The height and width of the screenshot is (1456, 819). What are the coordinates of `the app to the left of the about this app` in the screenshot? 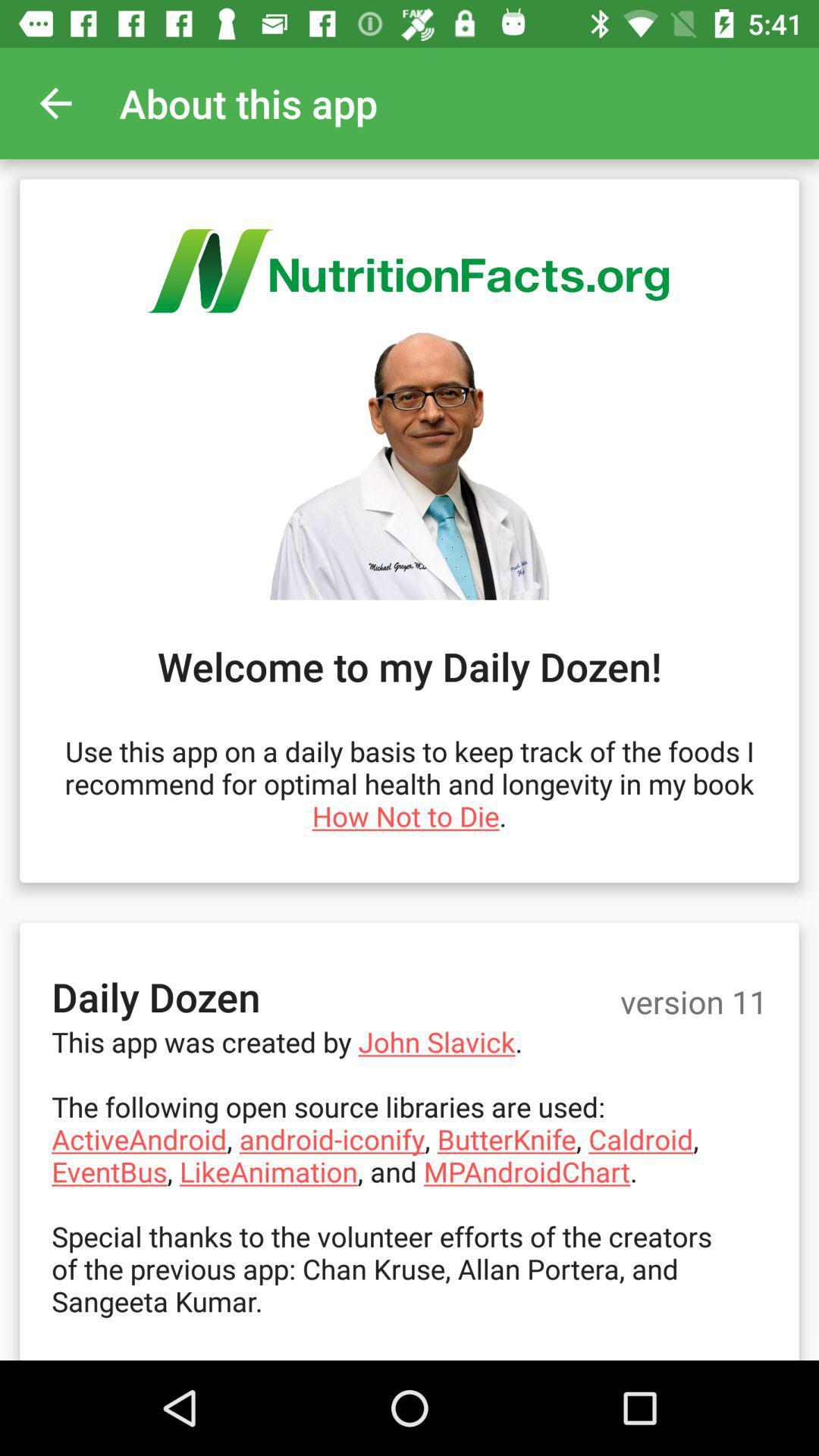 It's located at (55, 102).